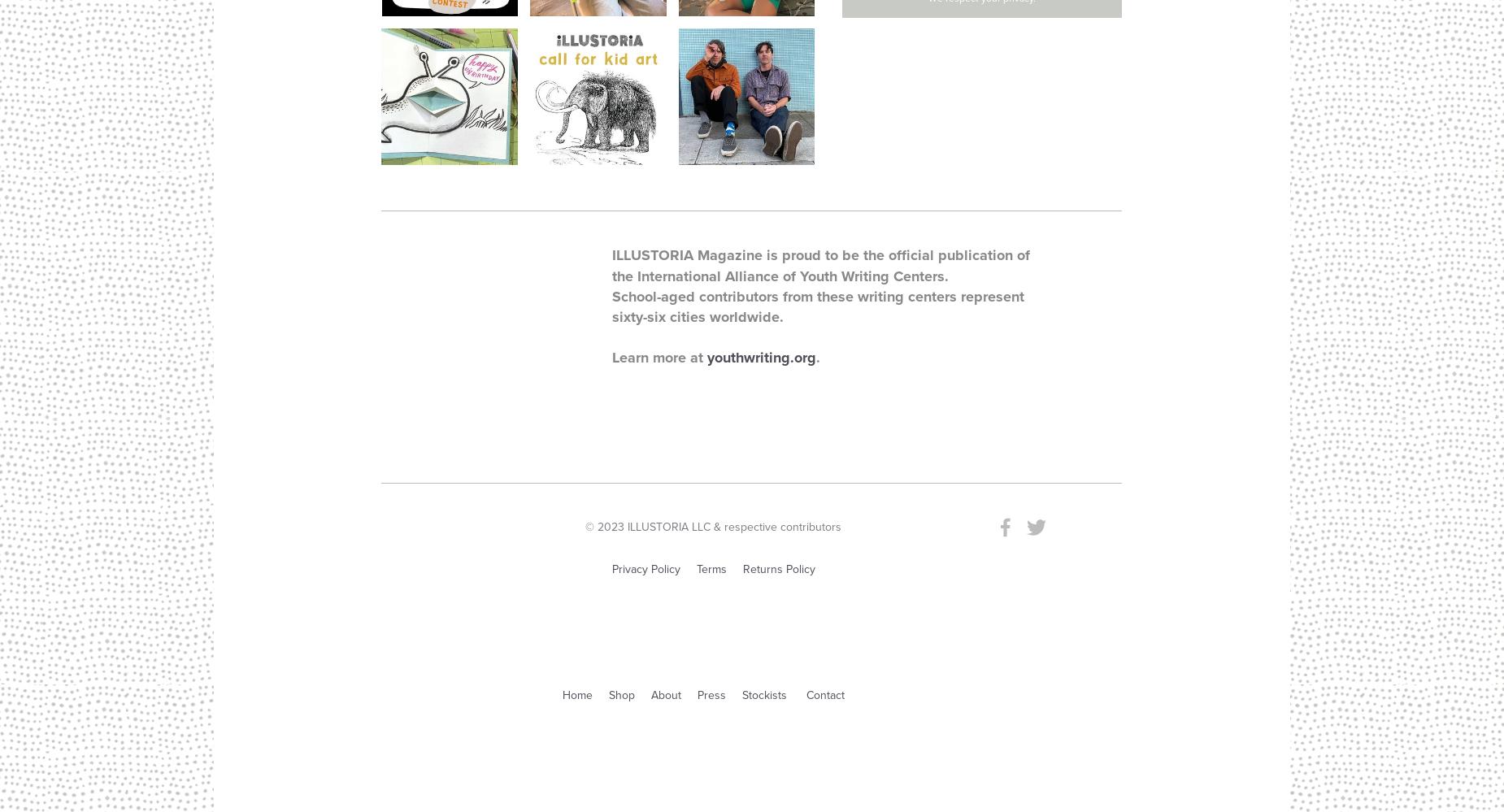 This screenshot has width=1504, height=812. Describe the element at coordinates (611, 356) in the screenshot. I see `'Learn more at'` at that location.